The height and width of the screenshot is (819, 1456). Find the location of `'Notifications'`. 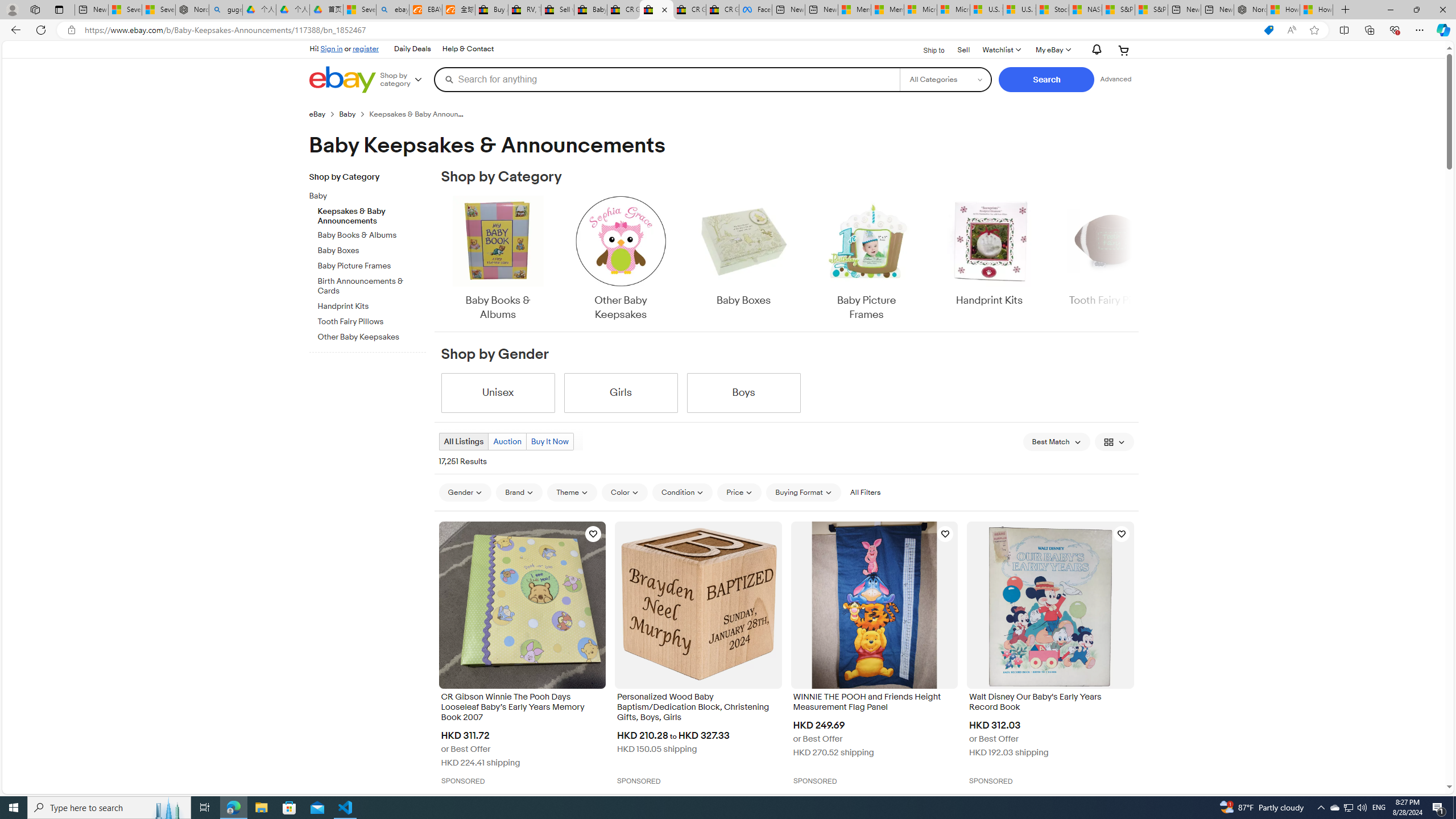

'Notifications' is located at coordinates (1094, 50).